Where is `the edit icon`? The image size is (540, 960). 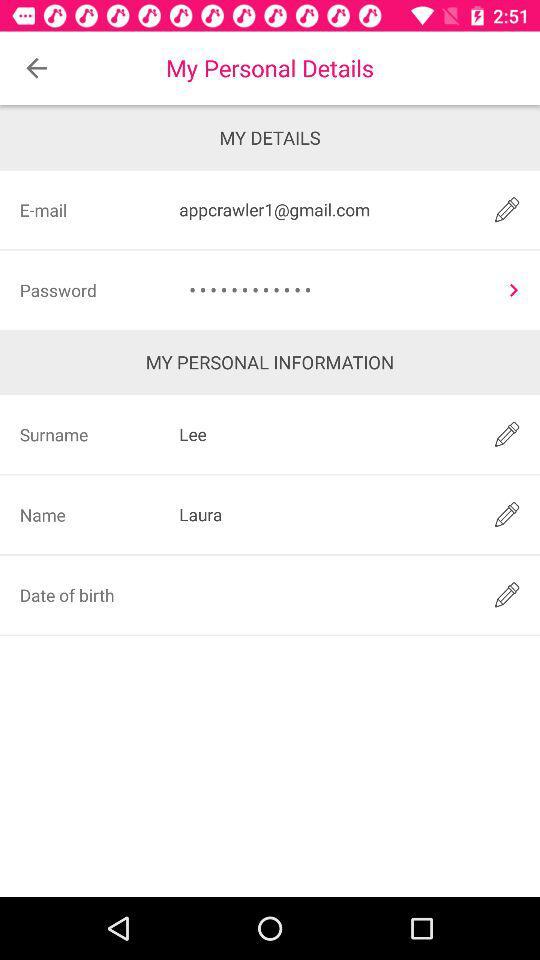 the edit icon is located at coordinates (507, 209).